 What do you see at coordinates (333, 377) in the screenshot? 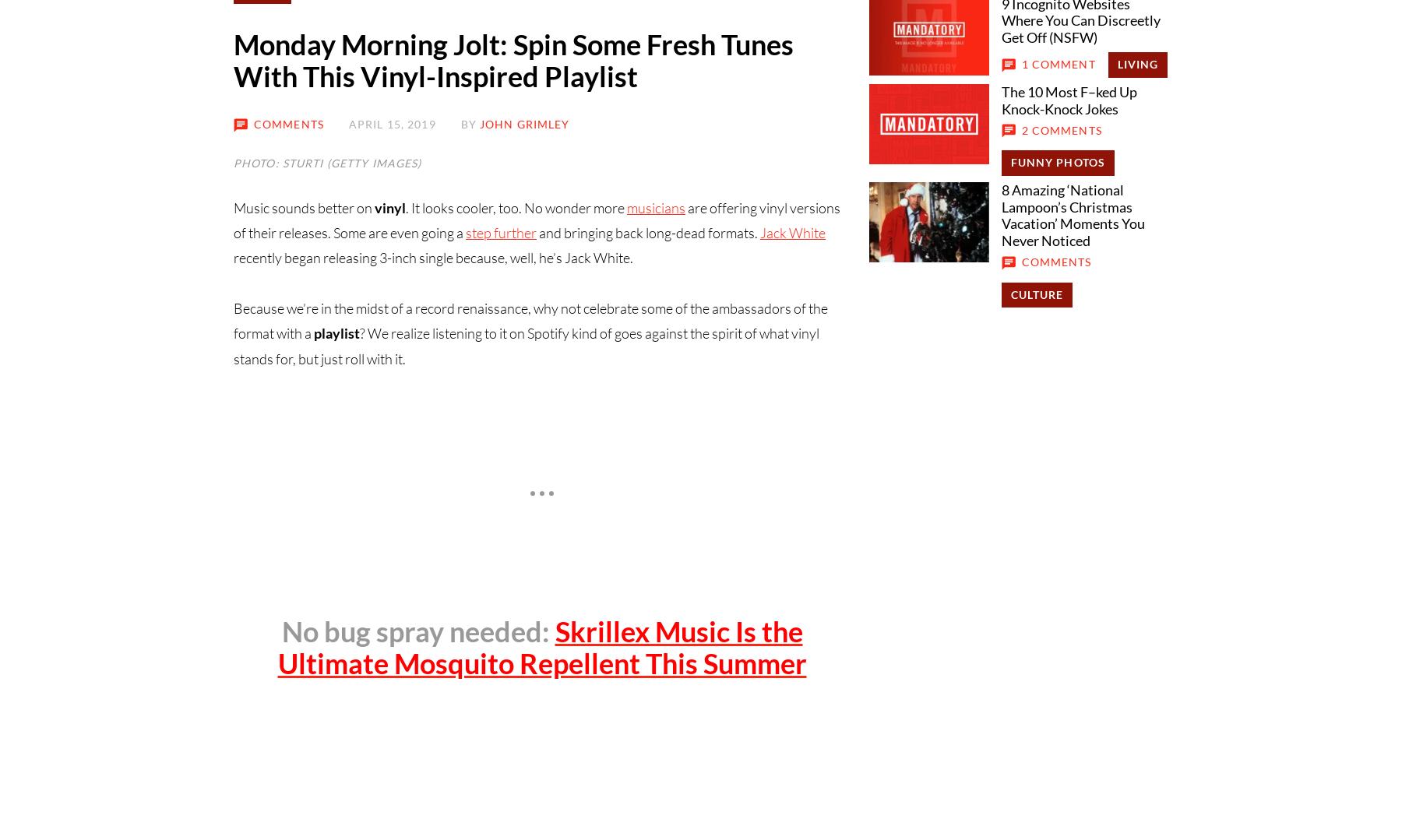
I see `'Contact Us'` at bounding box center [333, 377].